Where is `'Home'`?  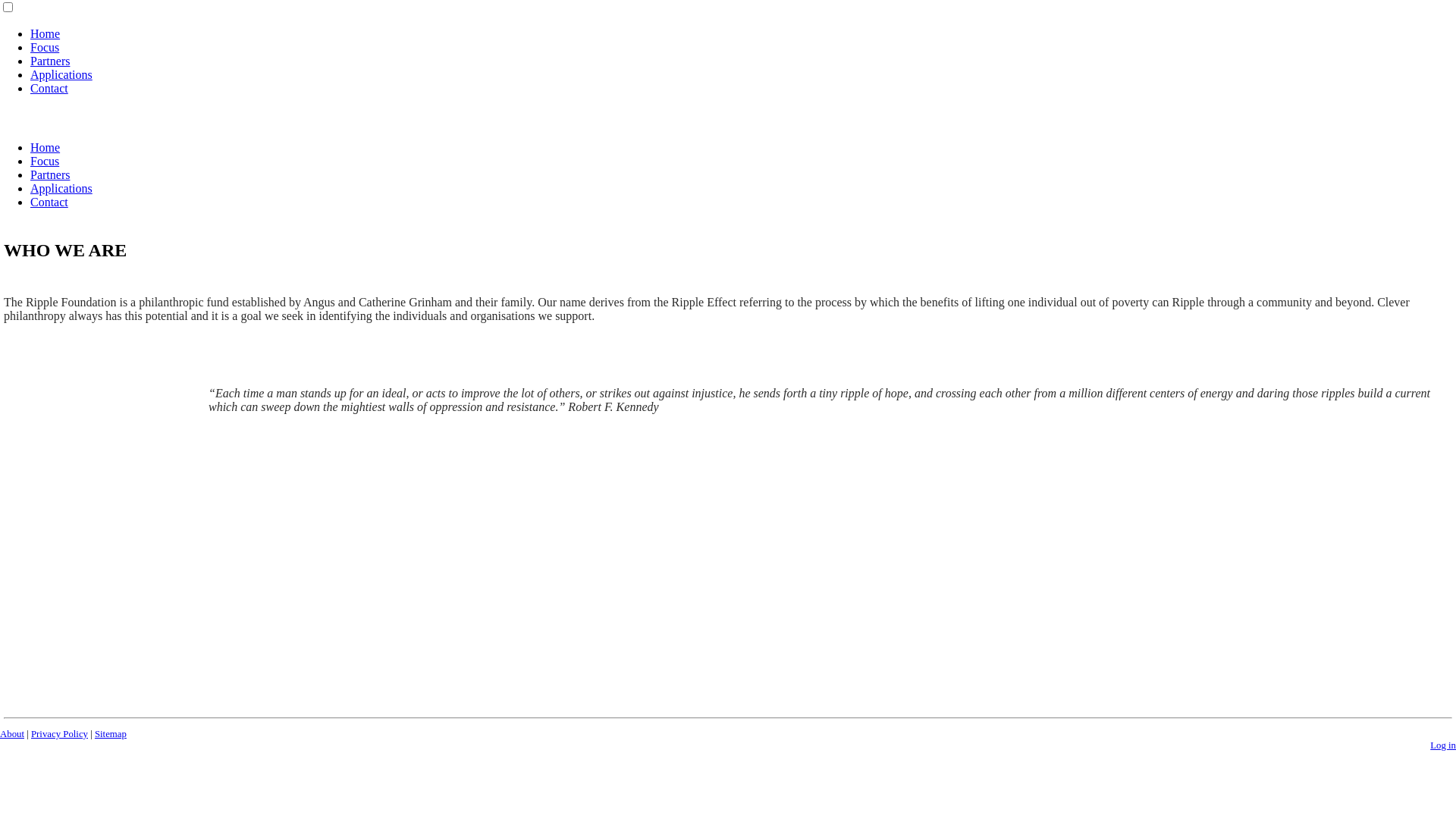 'Home' is located at coordinates (30, 147).